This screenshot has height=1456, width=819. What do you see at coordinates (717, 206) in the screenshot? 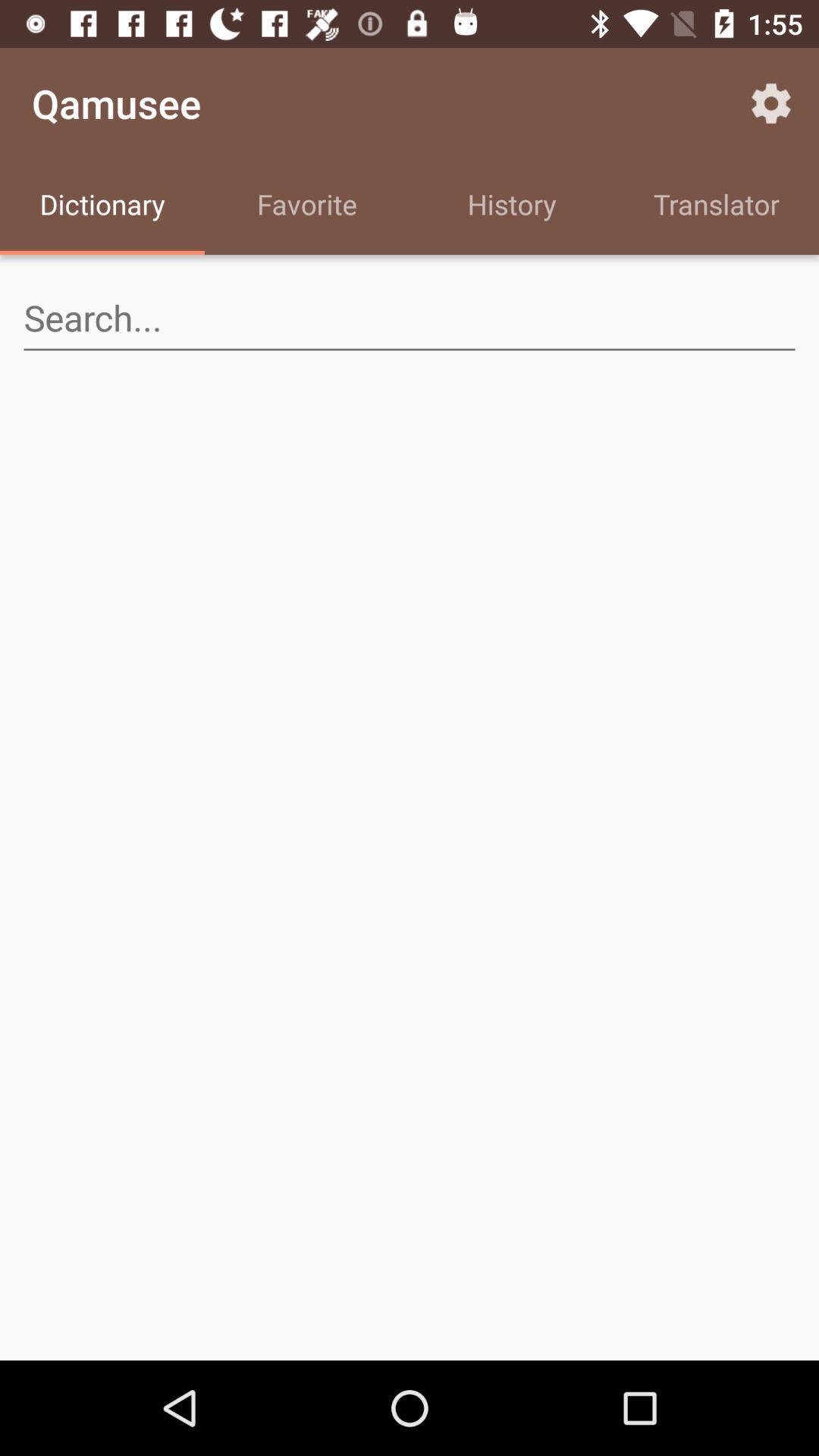
I see `the icon next to history item` at bounding box center [717, 206].